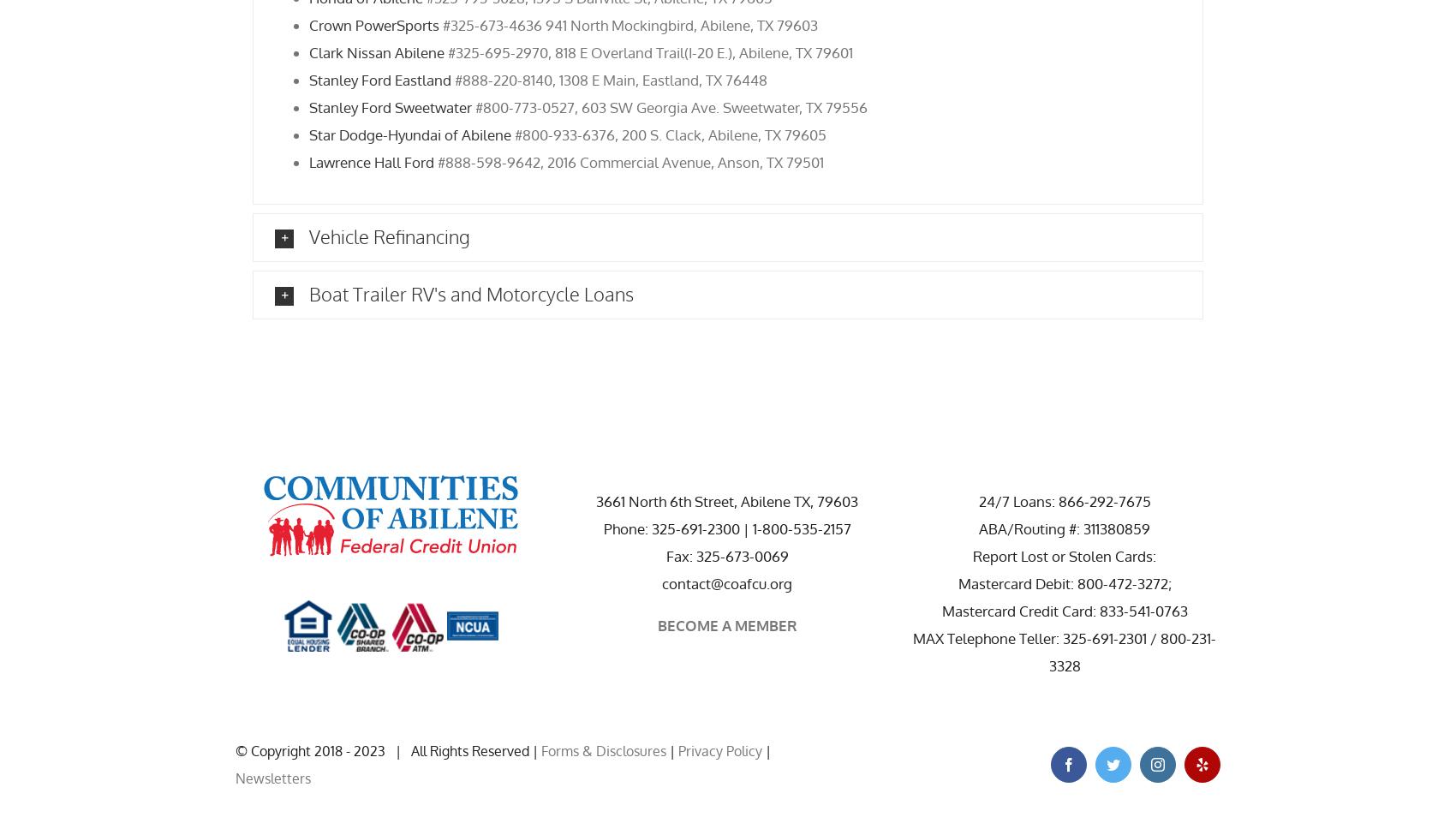 The image size is (1456, 817). I want to click on '#888-598-9642, 2016 Commercial Avenue, Anson, TX 79501', so click(629, 160).